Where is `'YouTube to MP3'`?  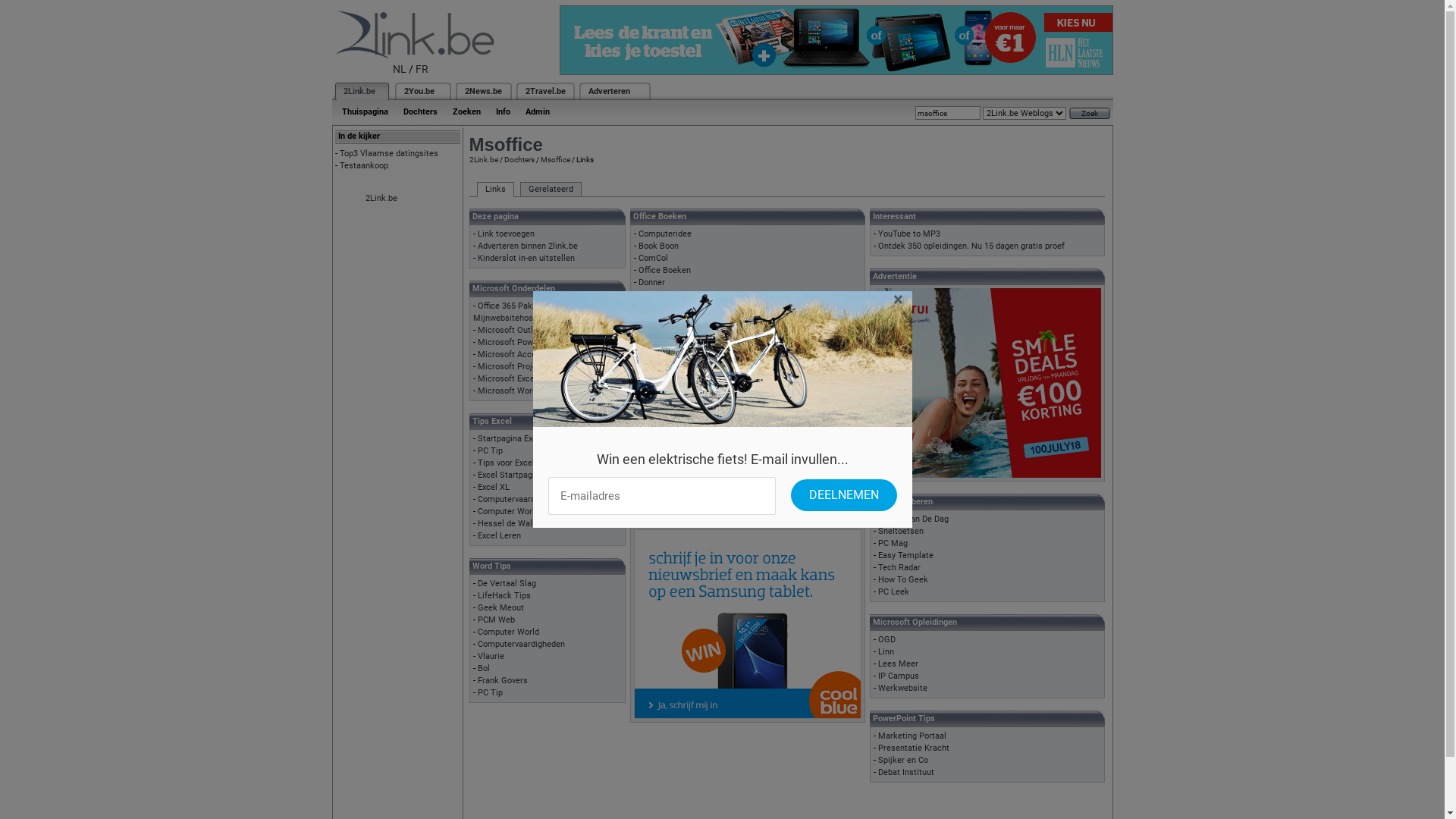
'YouTube to MP3' is located at coordinates (909, 234).